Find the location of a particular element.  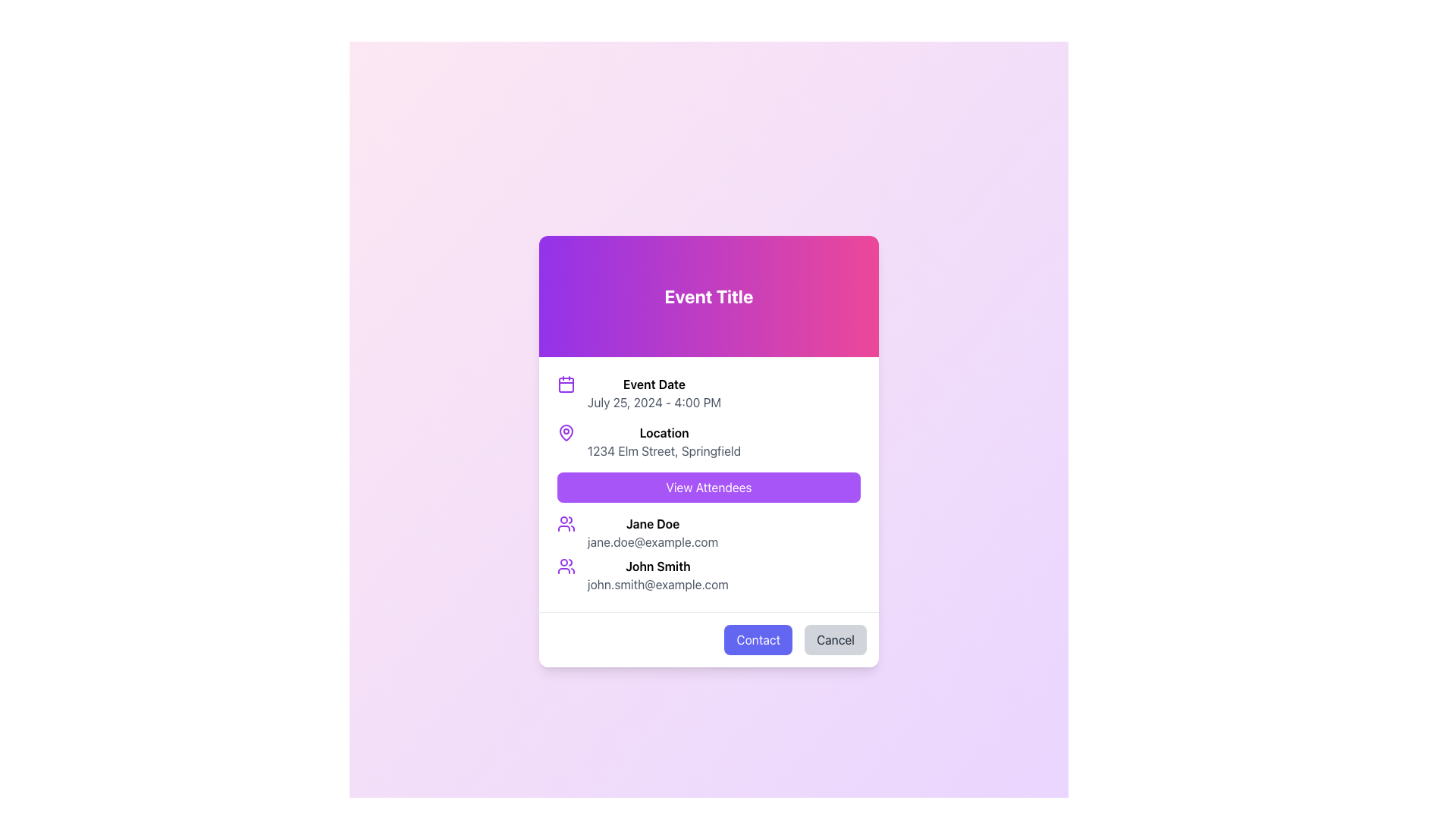

the email address 'john.smith@example.com' displayed in a gray font, which is located directly below the name 'John Smith' in the lower section of the modal dialog is located at coordinates (658, 583).